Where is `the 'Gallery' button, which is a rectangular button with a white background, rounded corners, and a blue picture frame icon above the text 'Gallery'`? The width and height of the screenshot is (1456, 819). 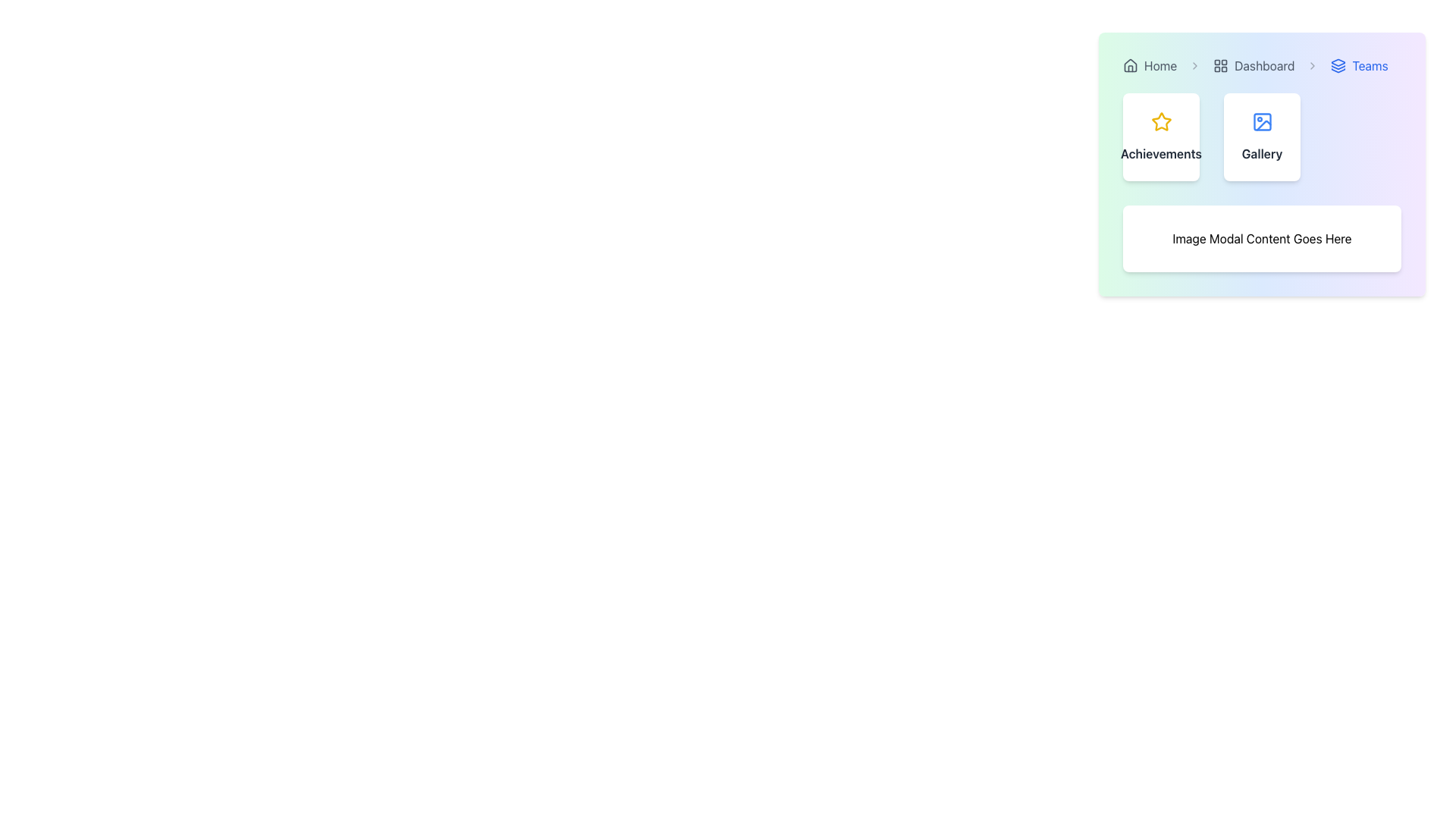 the 'Gallery' button, which is a rectangular button with a white background, rounded corners, and a blue picture frame icon above the text 'Gallery' is located at coordinates (1262, 137).